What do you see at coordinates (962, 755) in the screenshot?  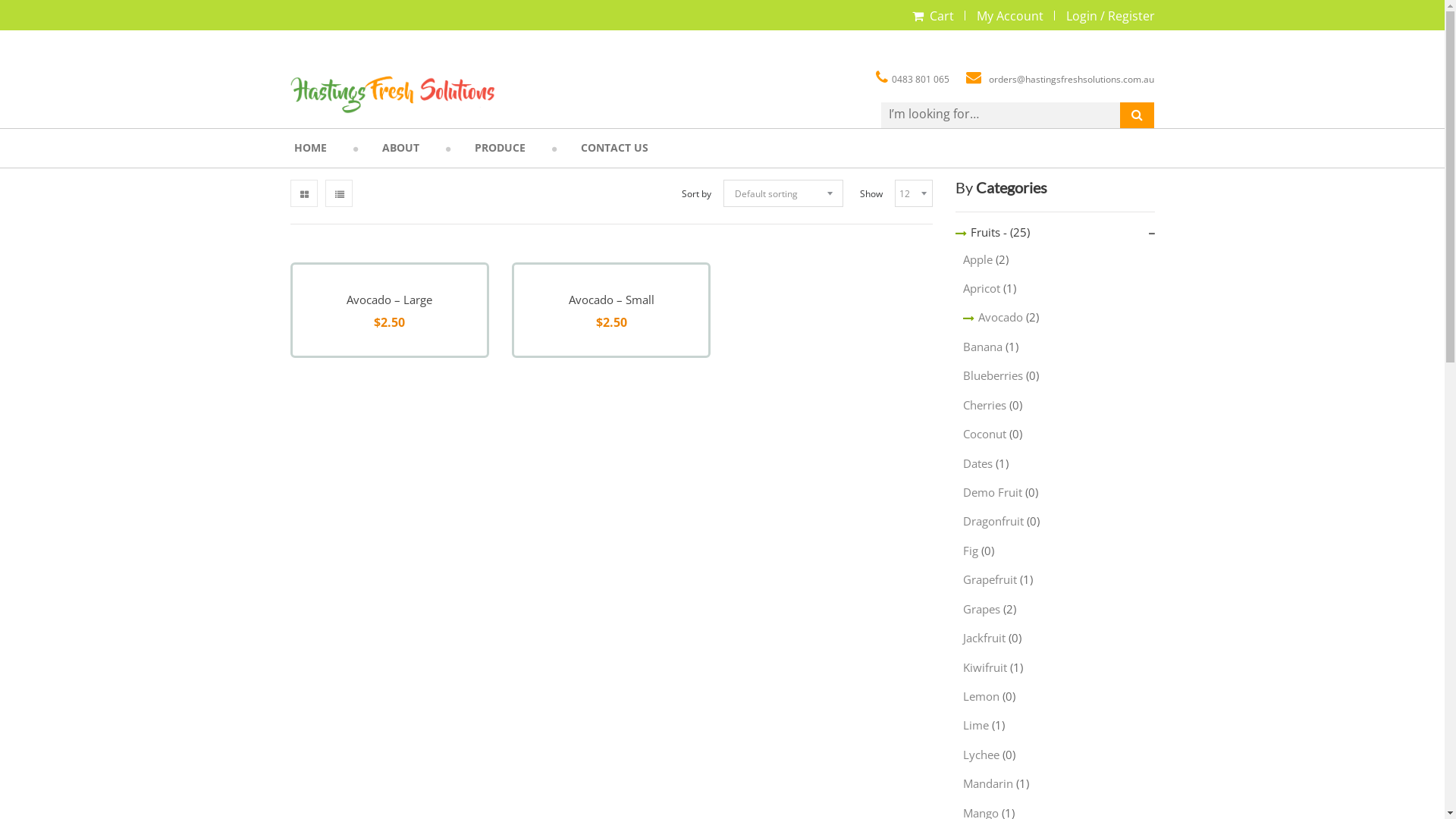 I see `'Lychee'` at bounding box center [962, 755].